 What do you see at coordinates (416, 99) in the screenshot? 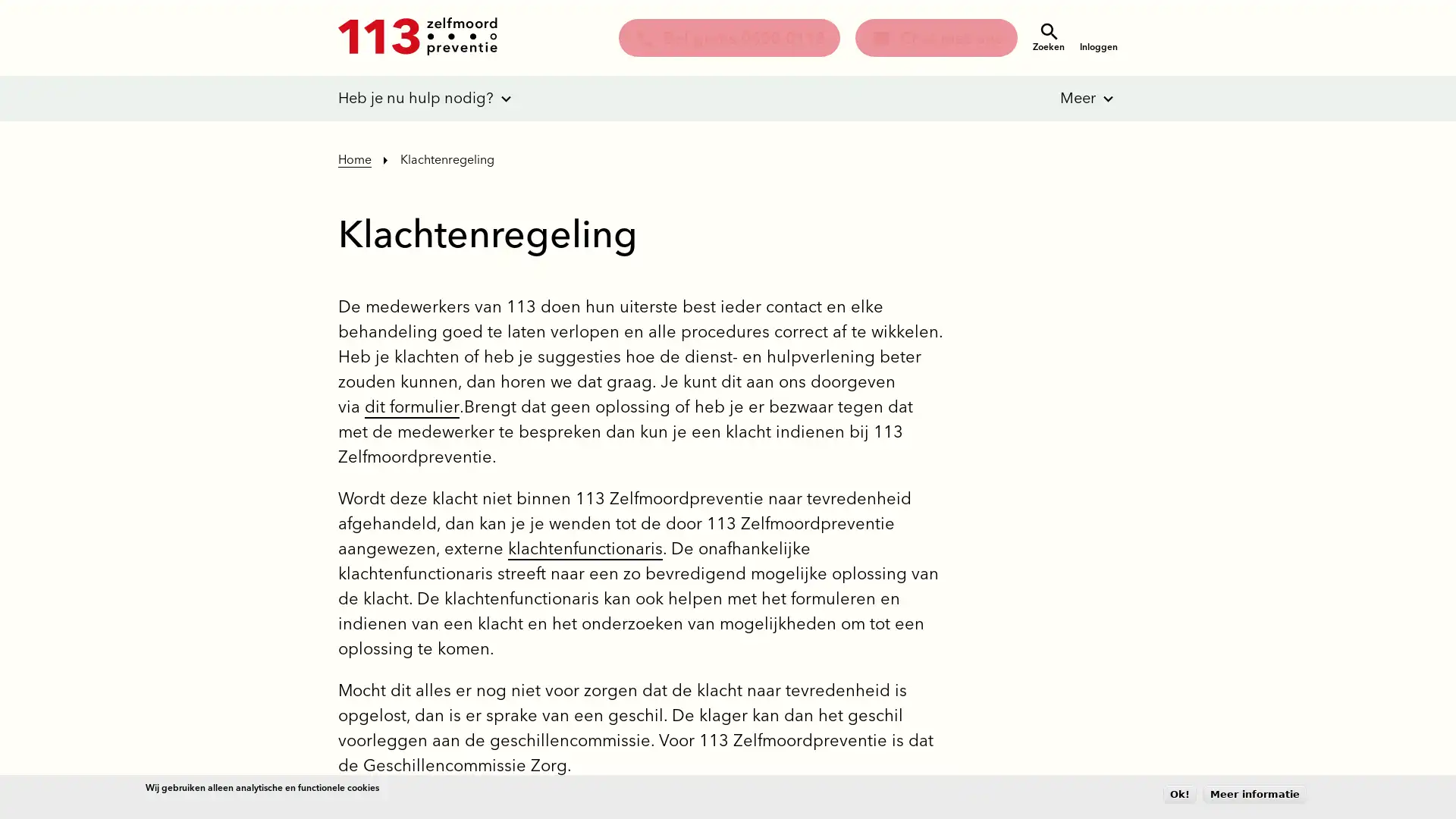
I see `Heb je nu hulp nodig?` at bounding box center [416, 99].